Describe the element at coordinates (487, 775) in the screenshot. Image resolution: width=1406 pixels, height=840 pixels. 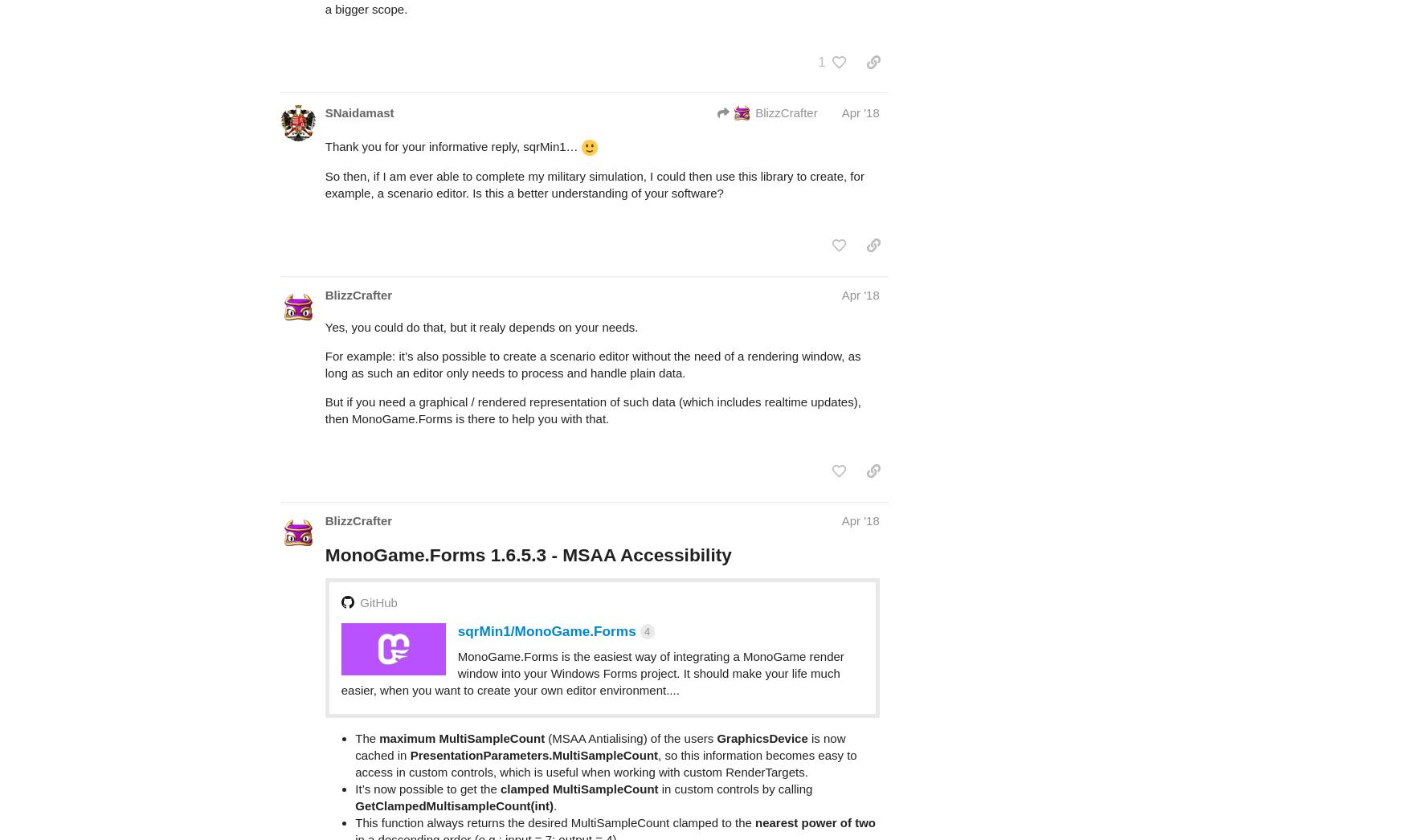
I see `'in a descending order (e.g.: input = 7; output = 4).'` at that location.